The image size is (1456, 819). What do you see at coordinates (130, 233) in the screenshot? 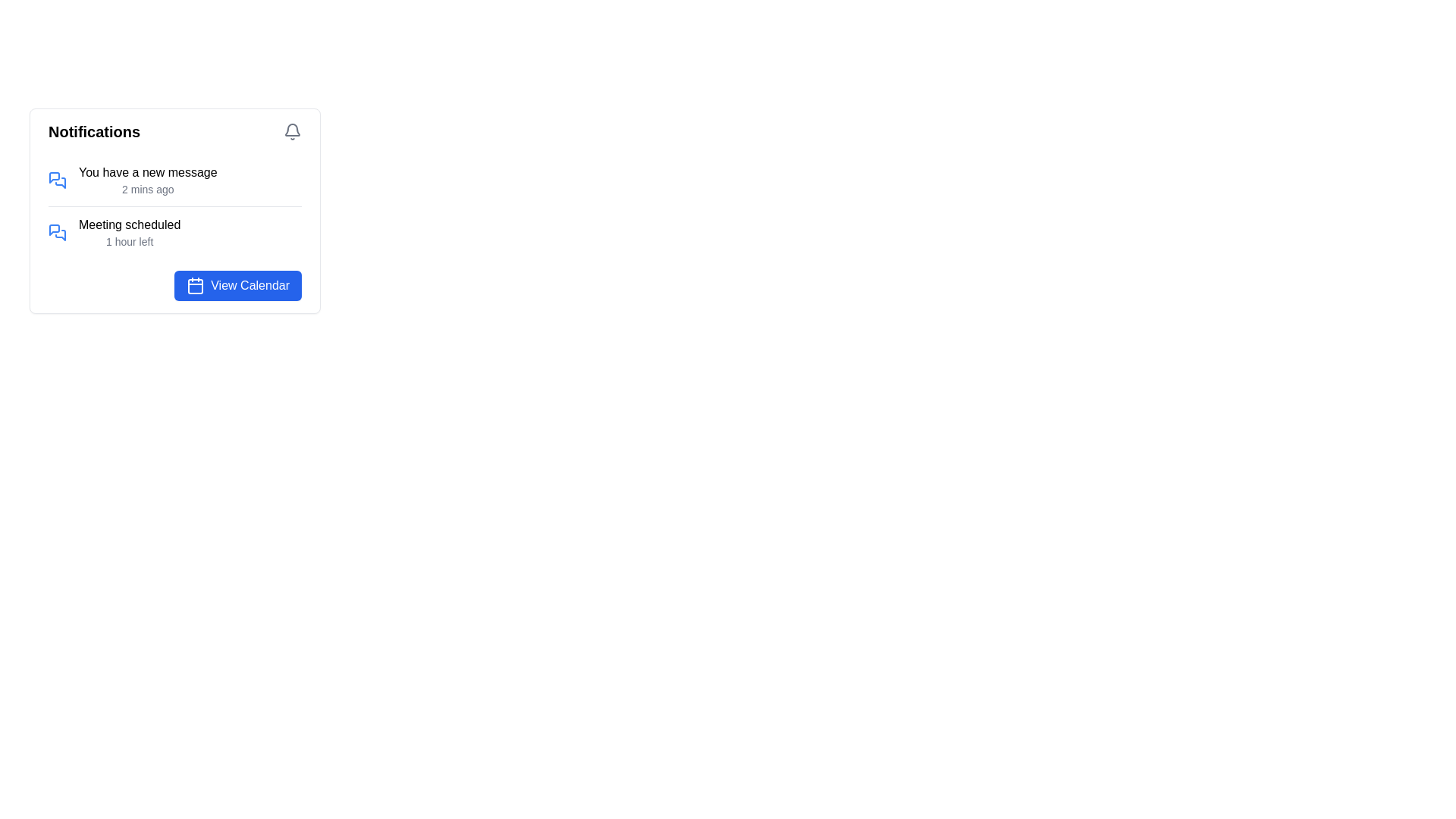
I see `text in the second notification slot of the vertical list within the notification panel, which informs the user about a scheduled meeting and the remaining time before it starts` at bounding box center [130, 233].